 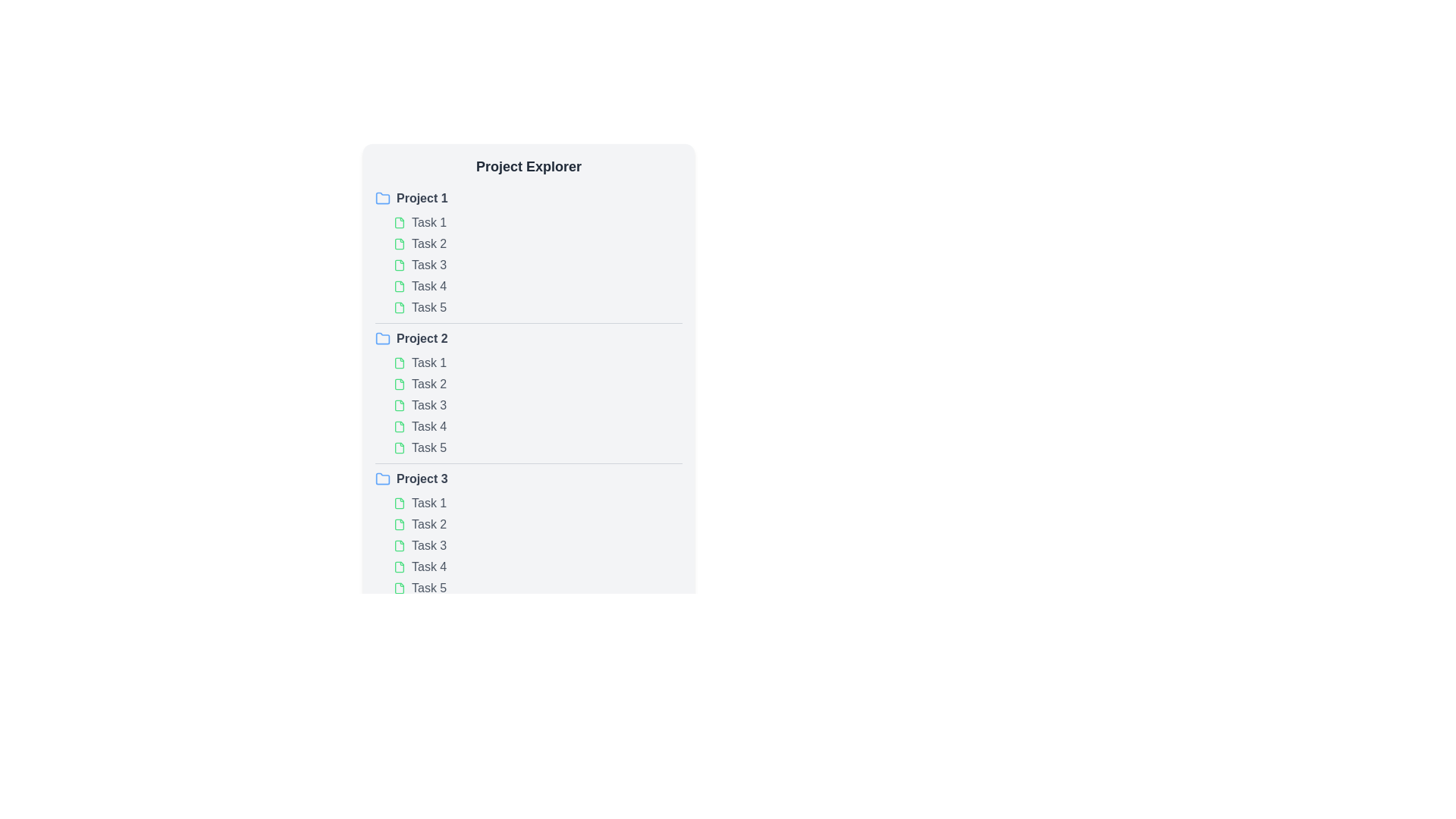 What do you see at coordinates (400, 222) in the screenshot?
I see `the small green file icon located to the left of the text 'Task 1' in the 'Project Explorer', which is the first icon in the row associated with 'Task 1' under 'Project 1'` at bounding box center [400, 222].